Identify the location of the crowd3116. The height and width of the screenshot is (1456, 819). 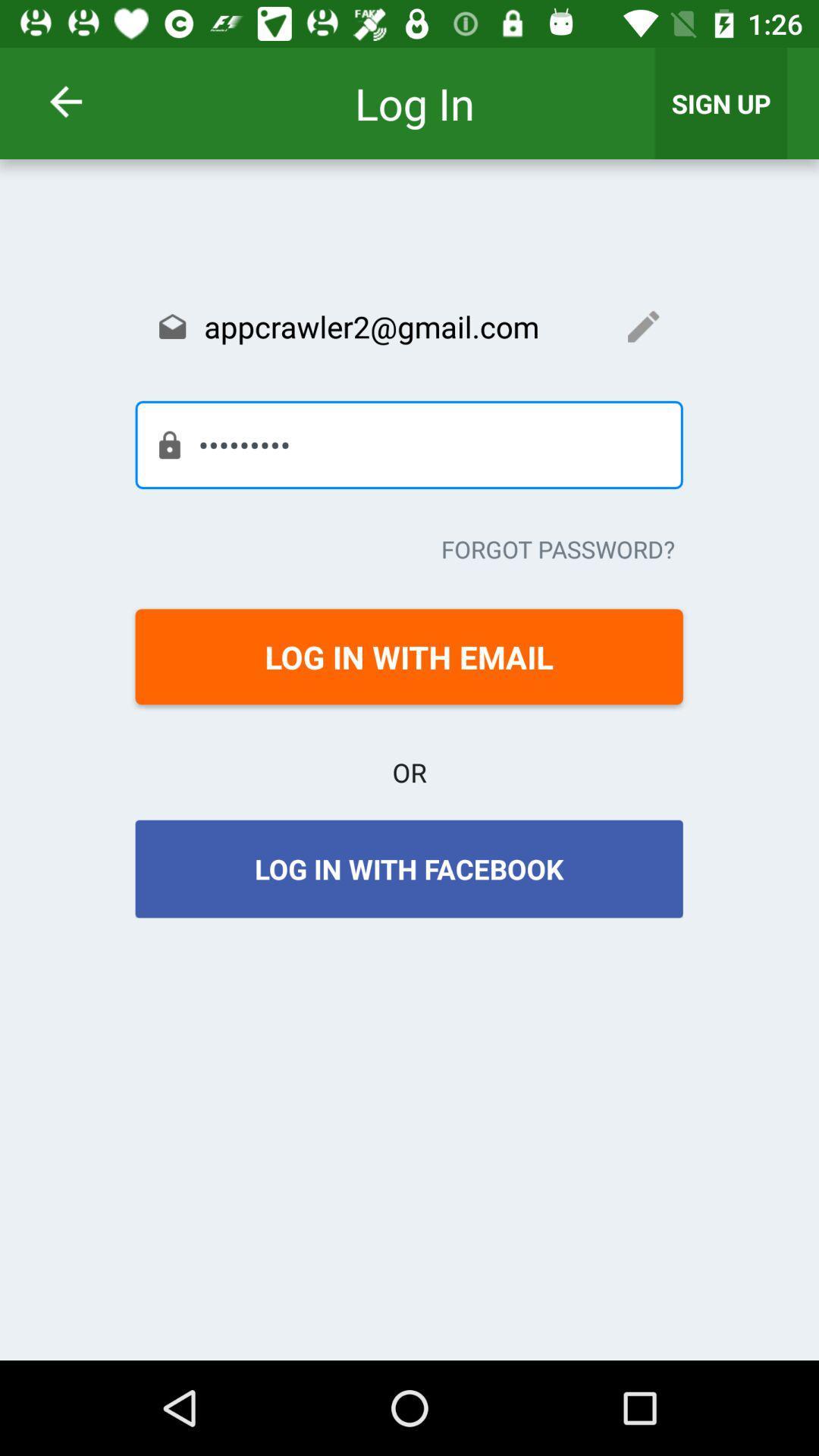
(408, 444).